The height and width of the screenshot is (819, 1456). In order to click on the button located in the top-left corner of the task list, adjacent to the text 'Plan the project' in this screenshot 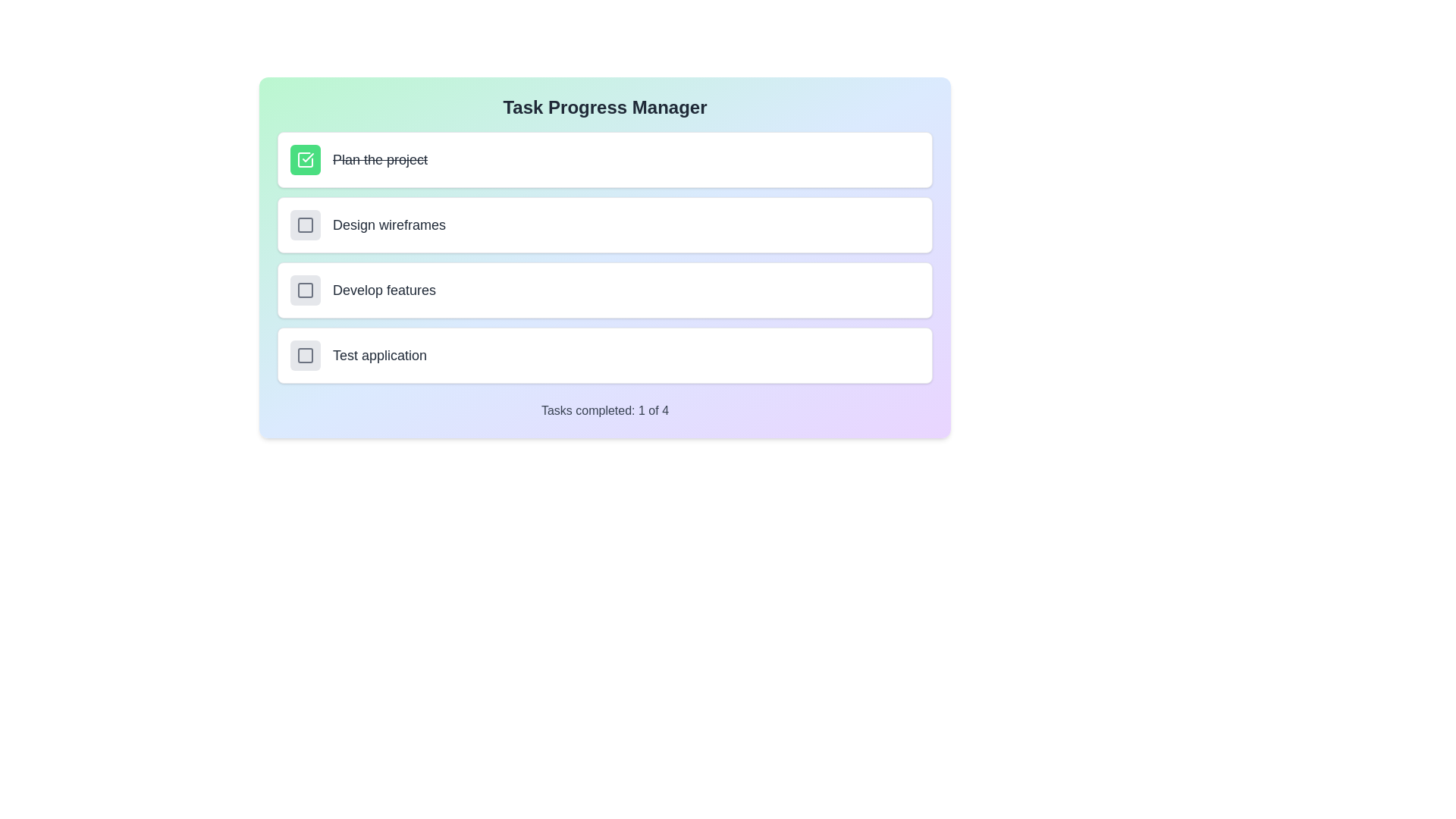, I will do `click(305, 160)`.